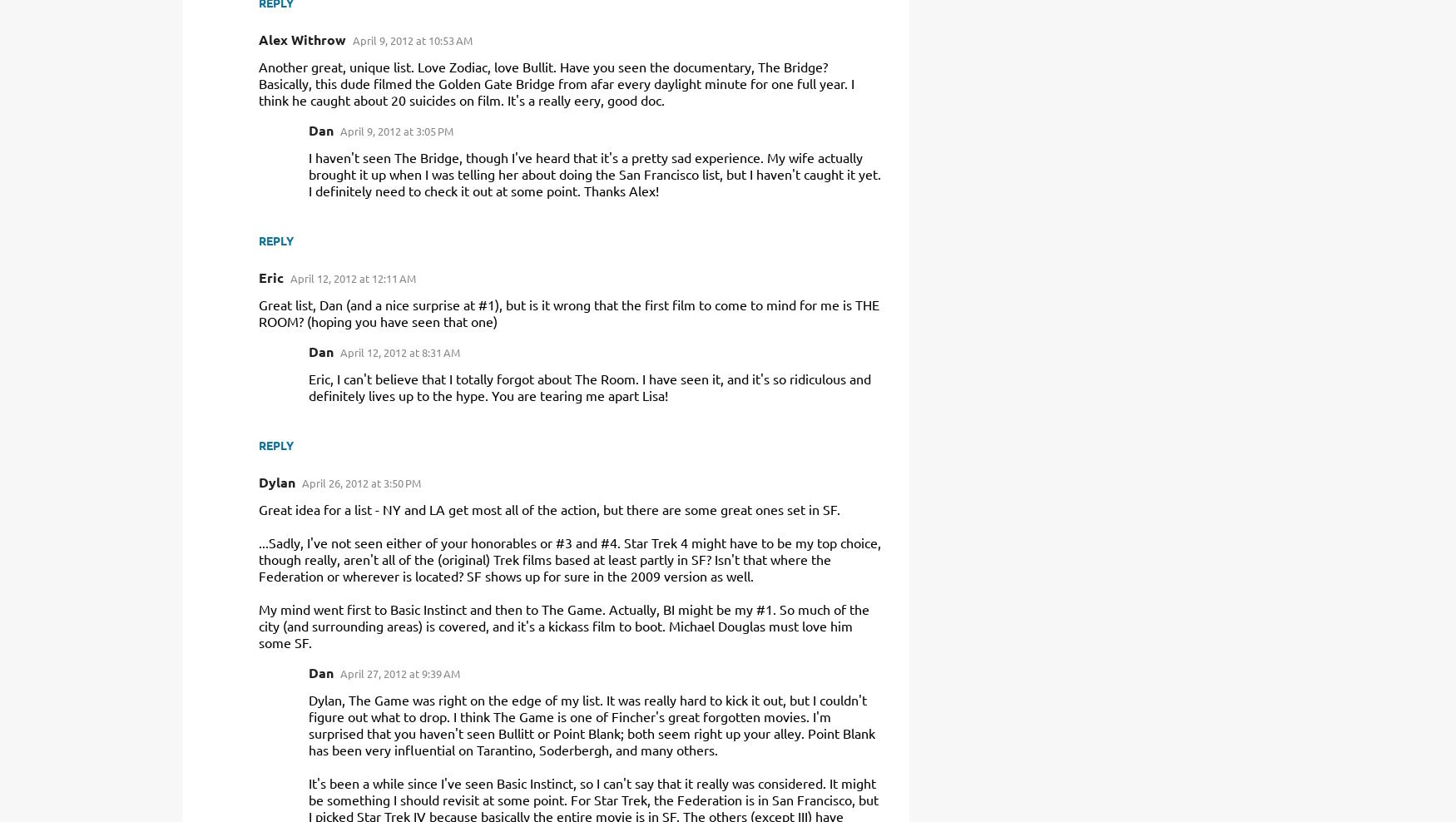 The width and height of the screenshot is (1456, 822). What do you see at coordinates (277, 482) in the screenshot?
I see `'Dylan'` at bounding box center [277, 482].